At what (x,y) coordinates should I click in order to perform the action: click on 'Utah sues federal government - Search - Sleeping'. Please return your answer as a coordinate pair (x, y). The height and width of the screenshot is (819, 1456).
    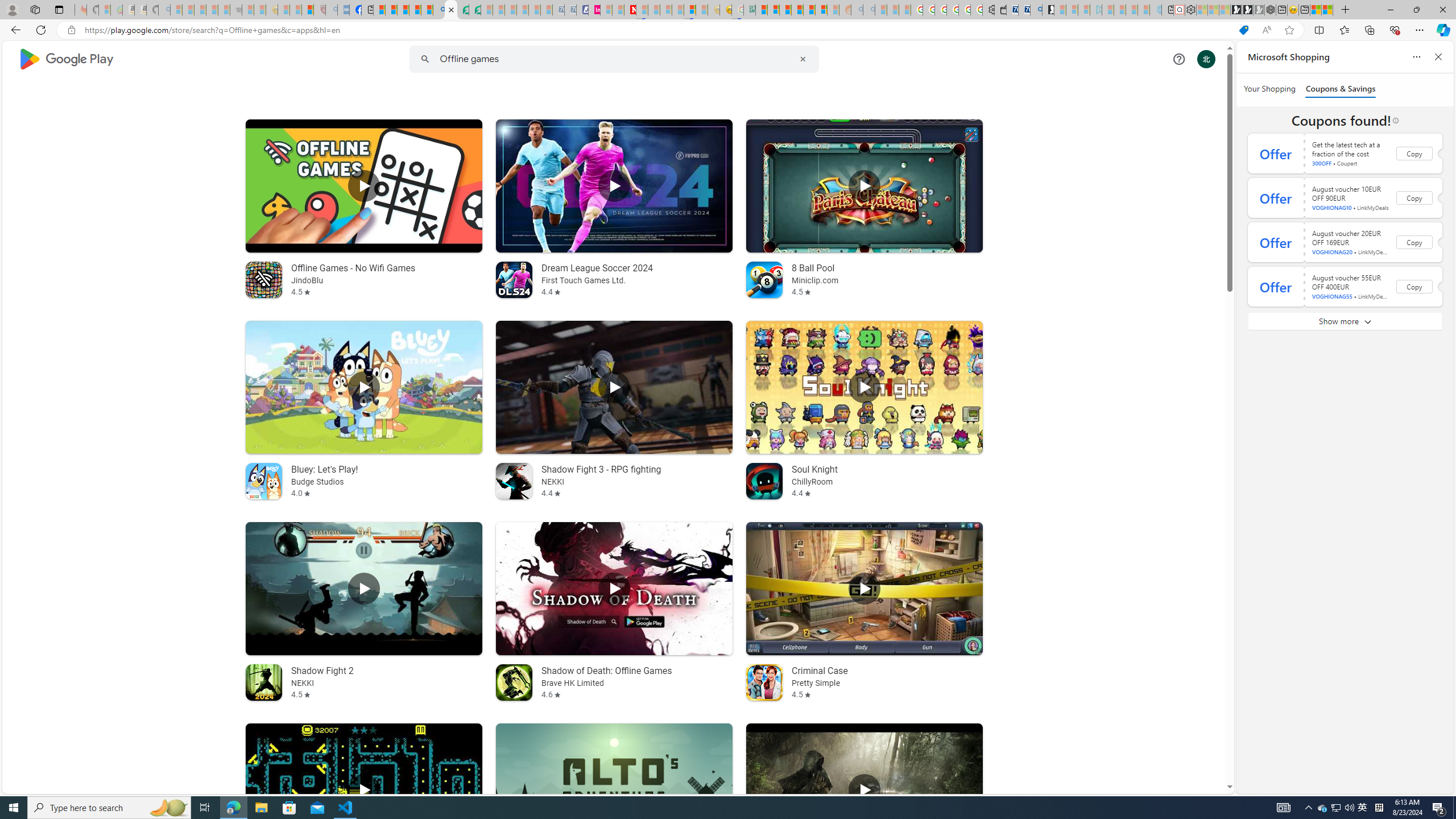
    Looking at the image, I should click on (868, 9).